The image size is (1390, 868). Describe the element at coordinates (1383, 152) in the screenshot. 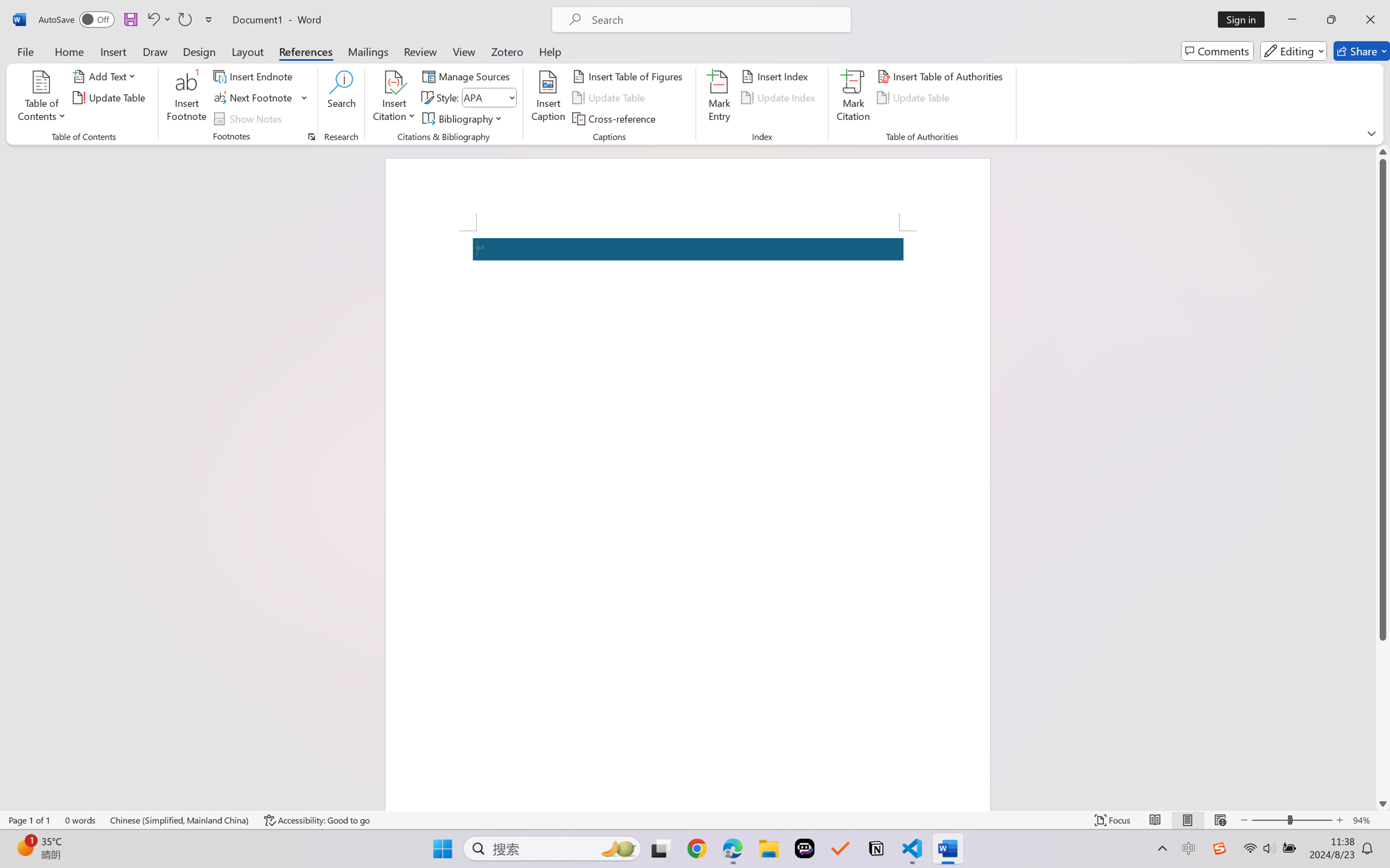

I see `'Line up'` at that location.